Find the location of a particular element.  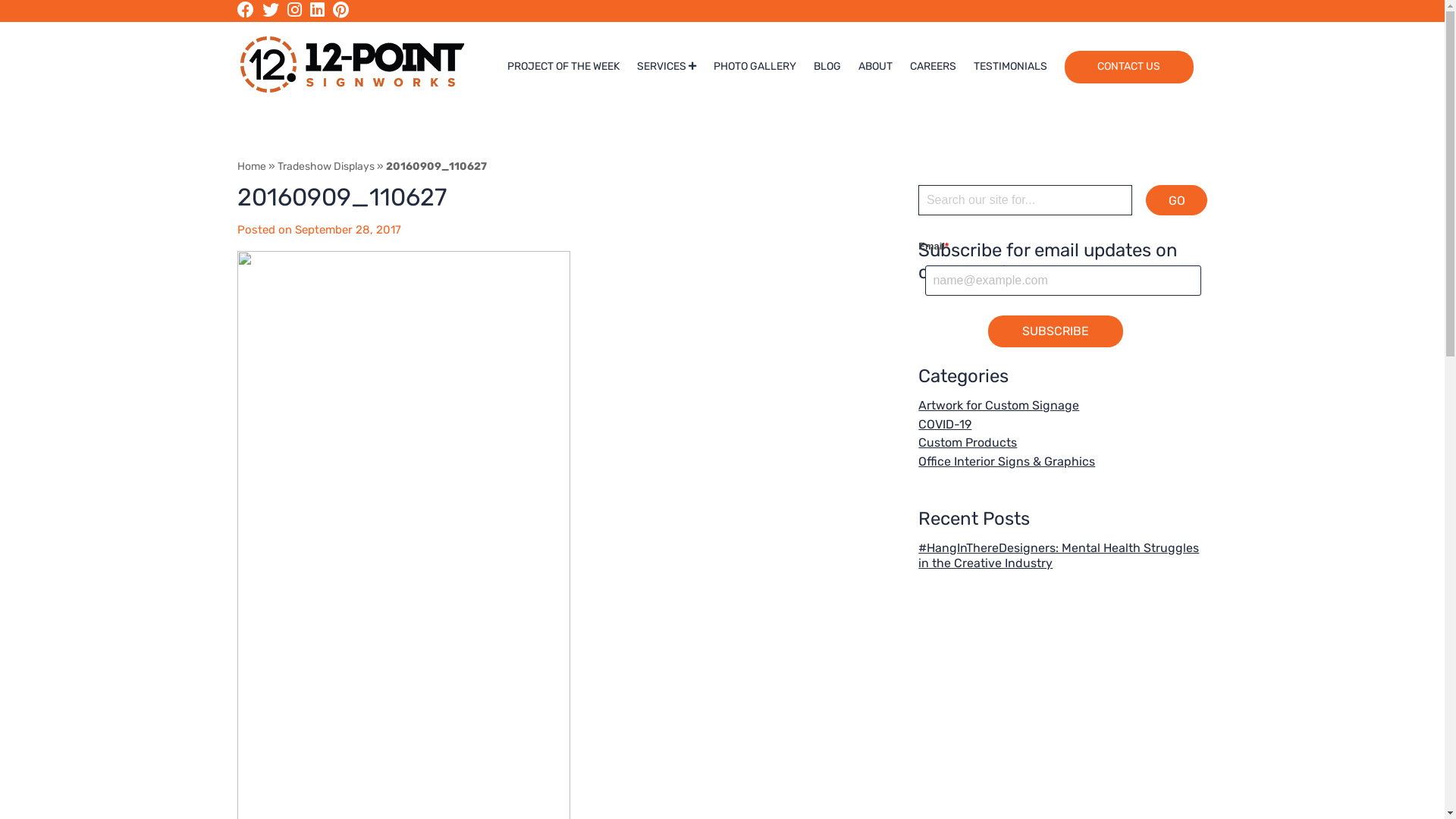

'BLOG' is located at coordinates (826, 66).